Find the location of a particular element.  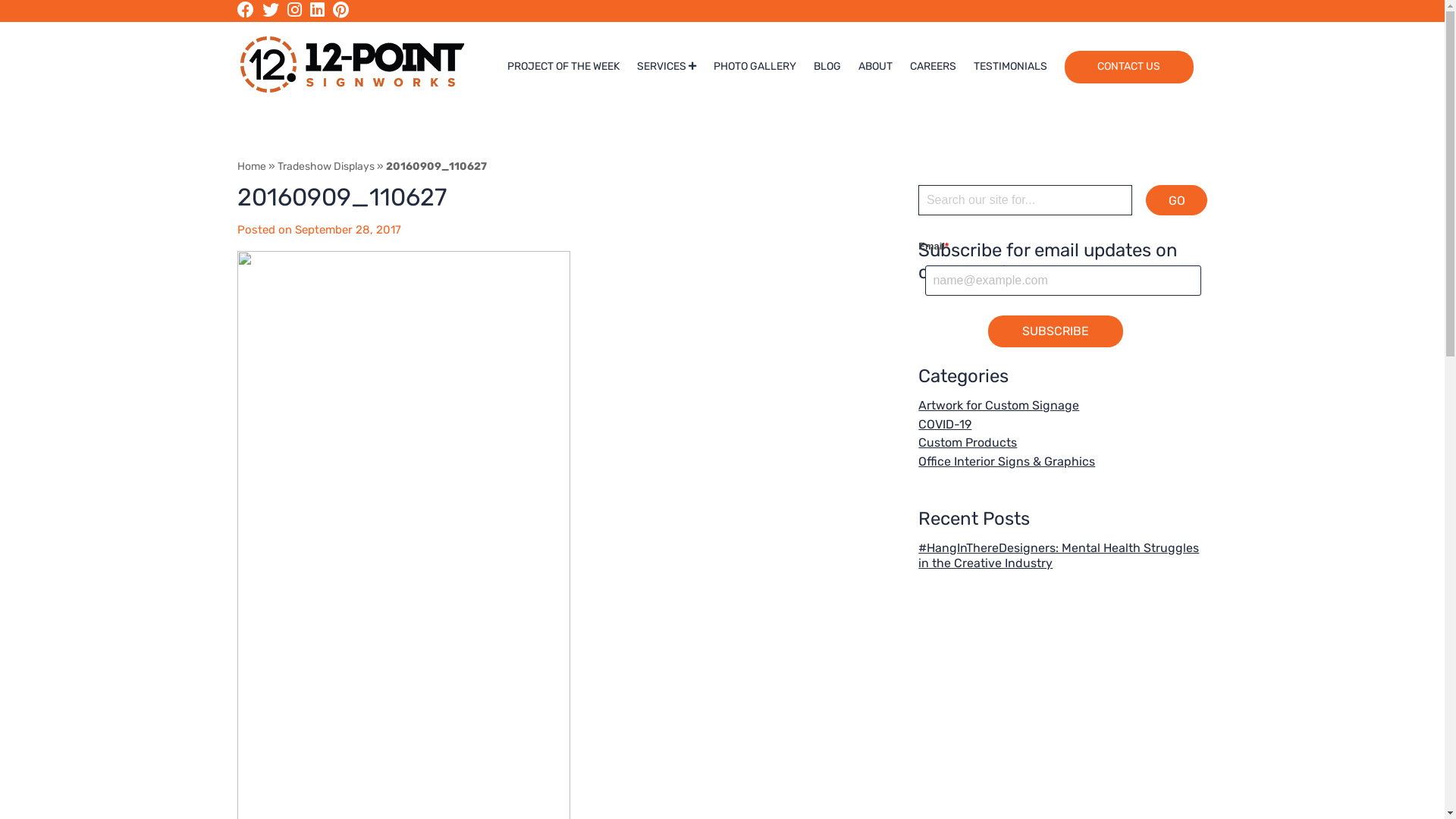

'BLOG' is located at coordinates (826, 66).